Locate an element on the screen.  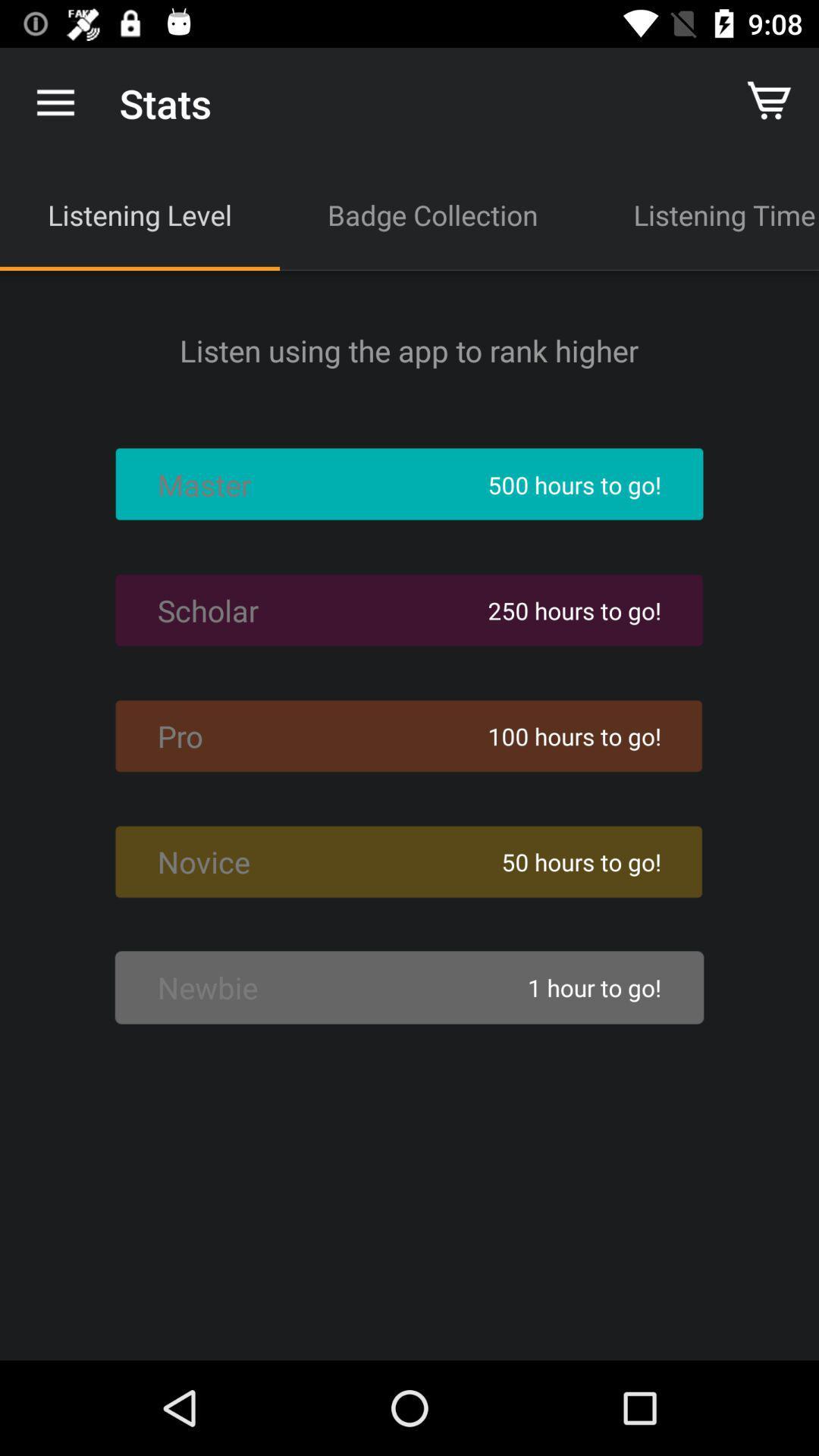
item to the left of the stats is located at coordinates (55, 102).